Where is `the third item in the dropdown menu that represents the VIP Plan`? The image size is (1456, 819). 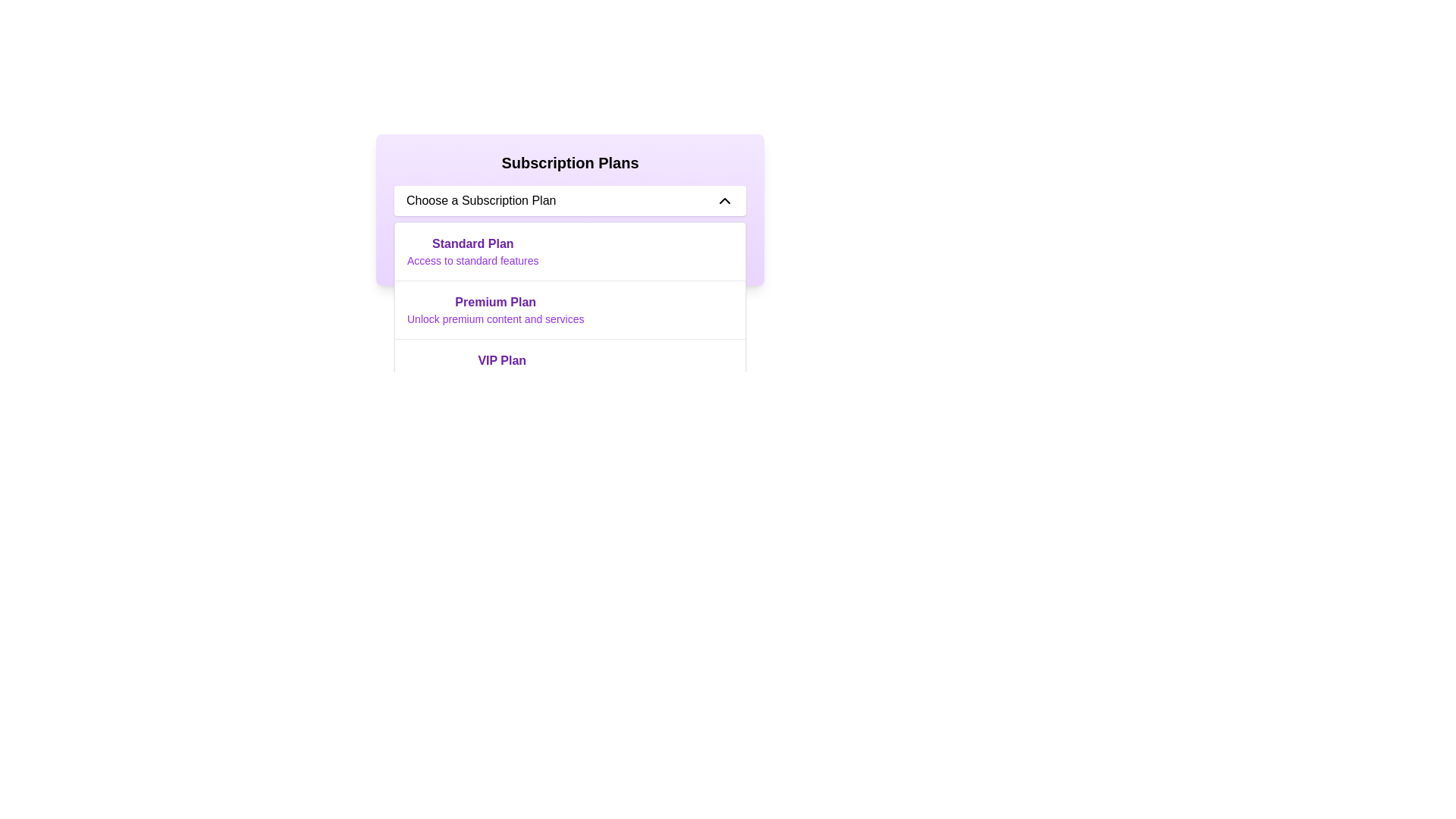
the third item in the dropdown menu that represents the VIP Plan is located at coordinates (570, 368).